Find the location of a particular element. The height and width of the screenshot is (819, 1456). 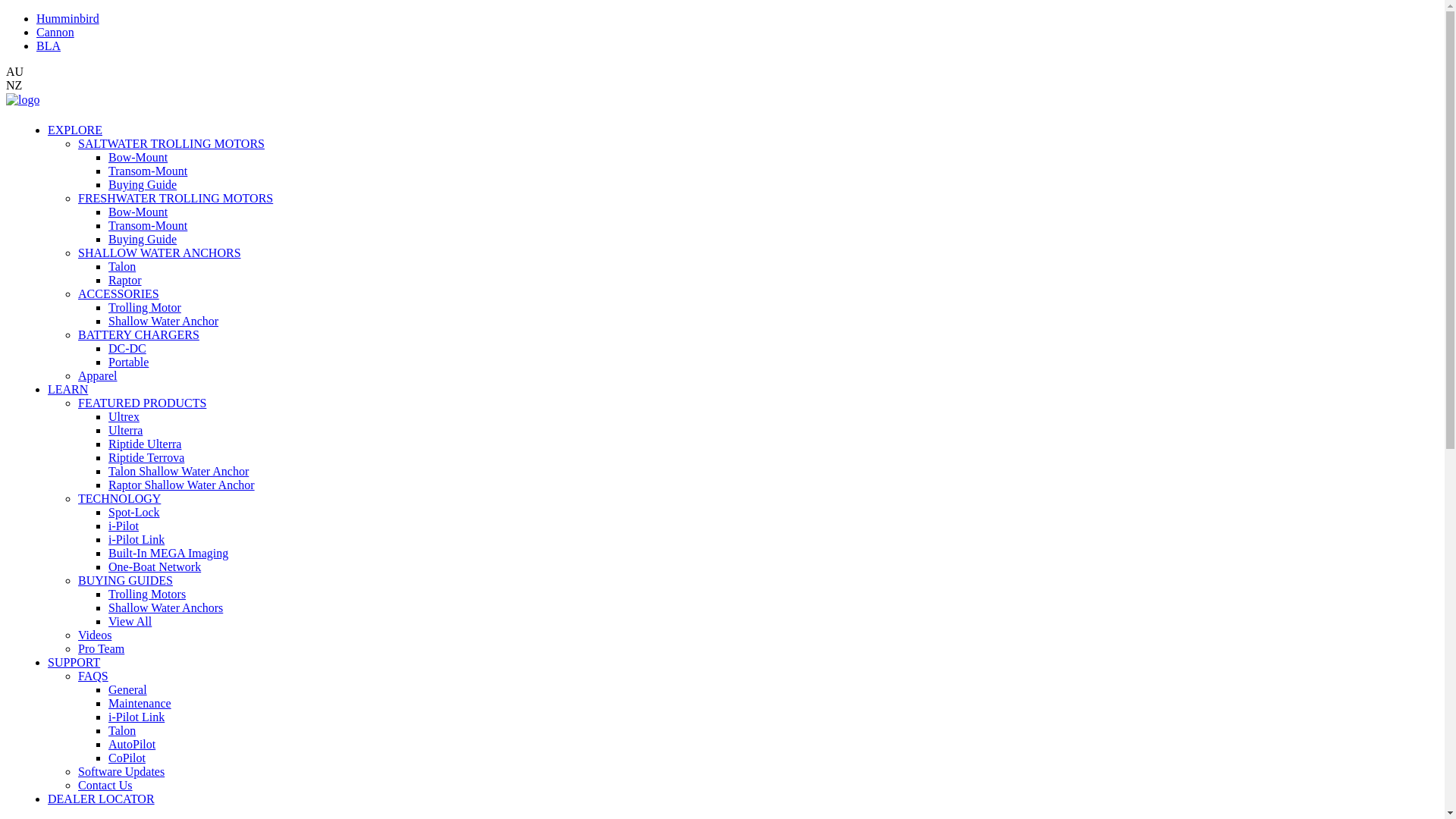

'Pro Team' is located at coordinates (100, 648).